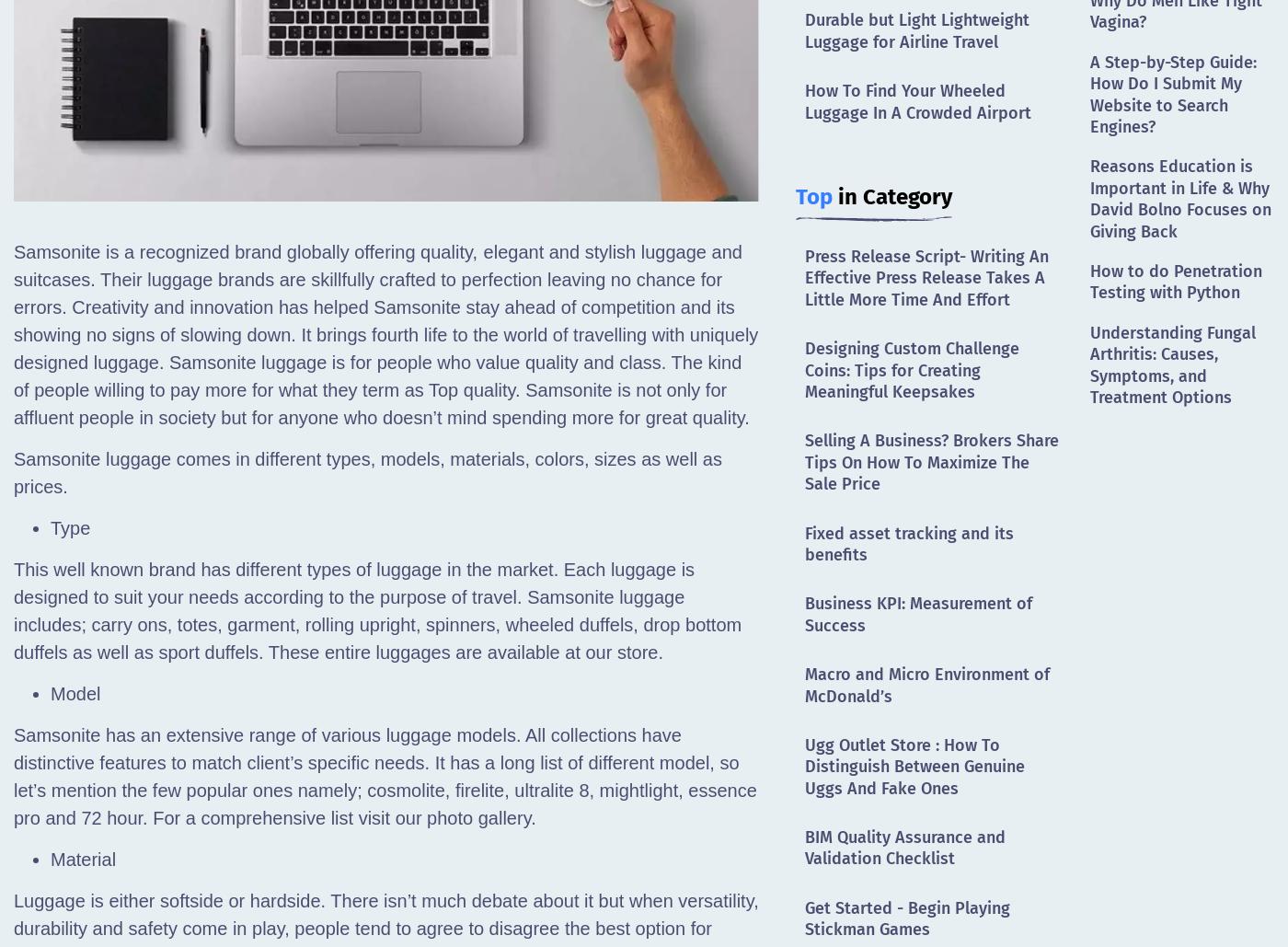 This screenshot has height=947, width=1288. What do you see at coordinates (385, 775) in the screenshot?
I see `'Samsonite has an extensive range of various luggage models. All collections have distinctive features to match client’s specific needs. It has a long list of different model, so let’s mention the few popular ones namely; cosmolite, firelite, ultralite 8, mightlight, essence pro and 72 hour. For a comprehensive list visit our photo gallery.'` at bounding box center [385, 775].